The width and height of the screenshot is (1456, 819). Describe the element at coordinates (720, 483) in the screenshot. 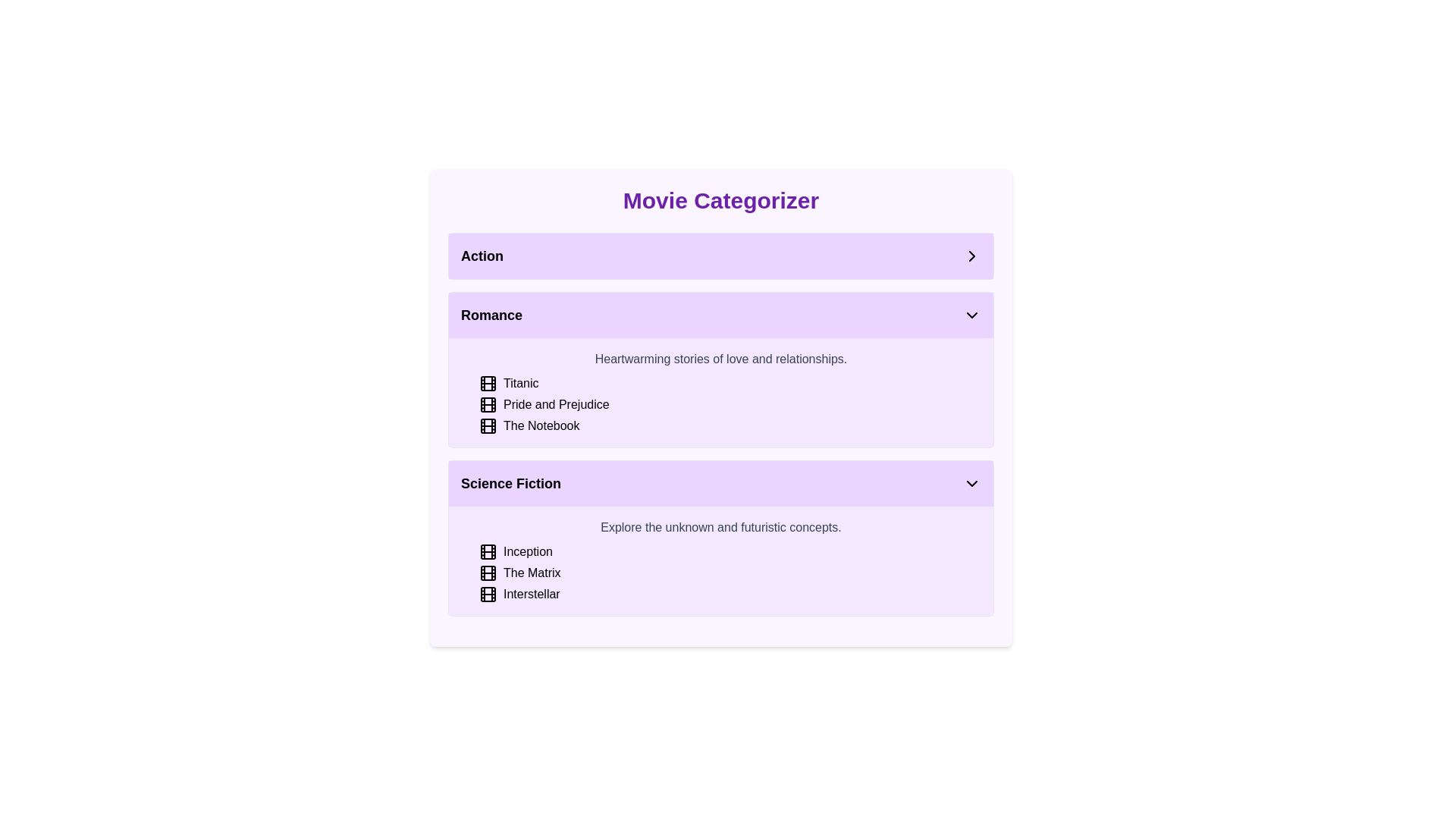

I see `the toggle button for the 'Science Fiction' section` at that location.